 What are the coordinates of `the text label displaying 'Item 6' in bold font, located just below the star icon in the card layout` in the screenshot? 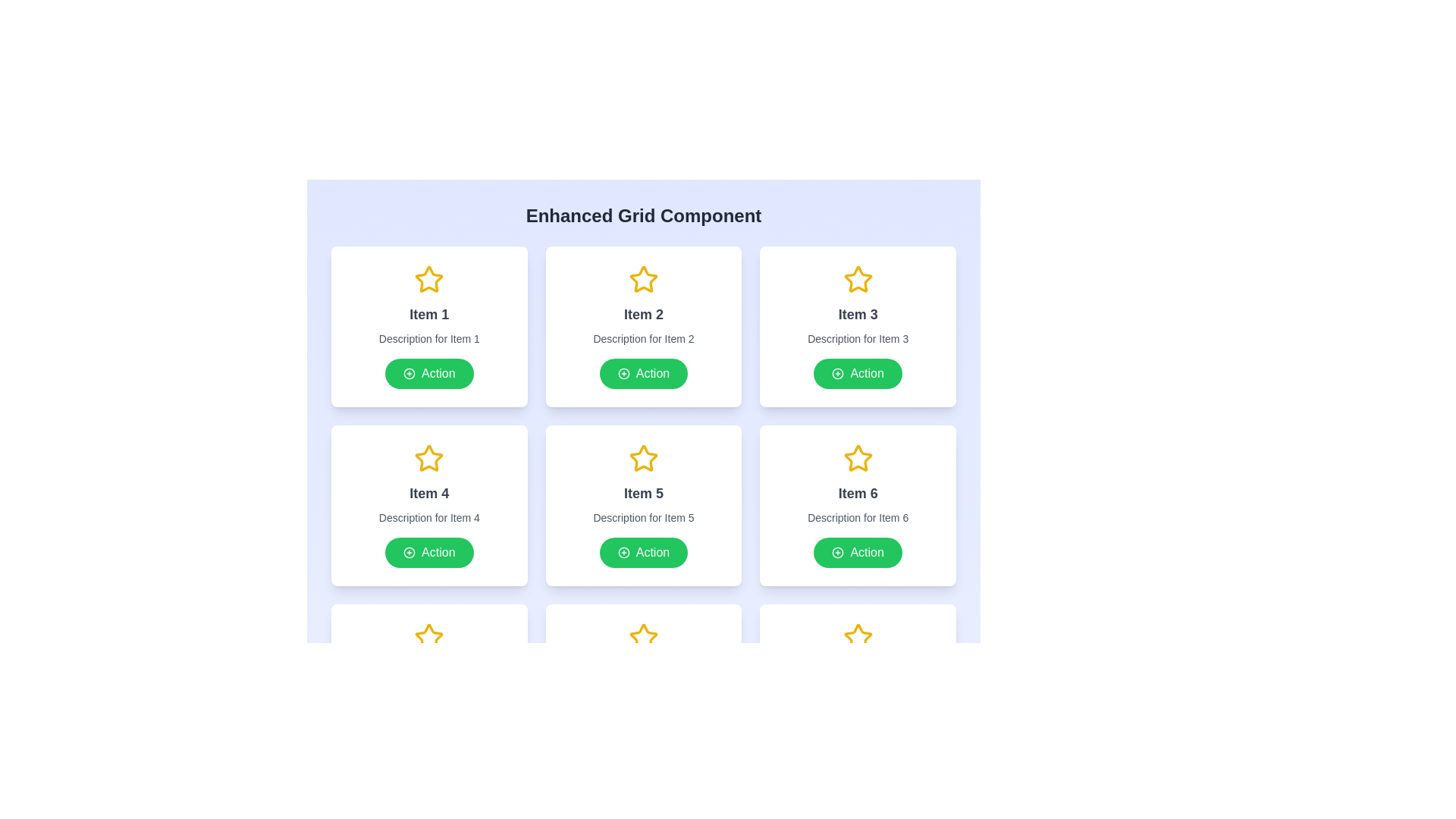 It's located at (858, 494).